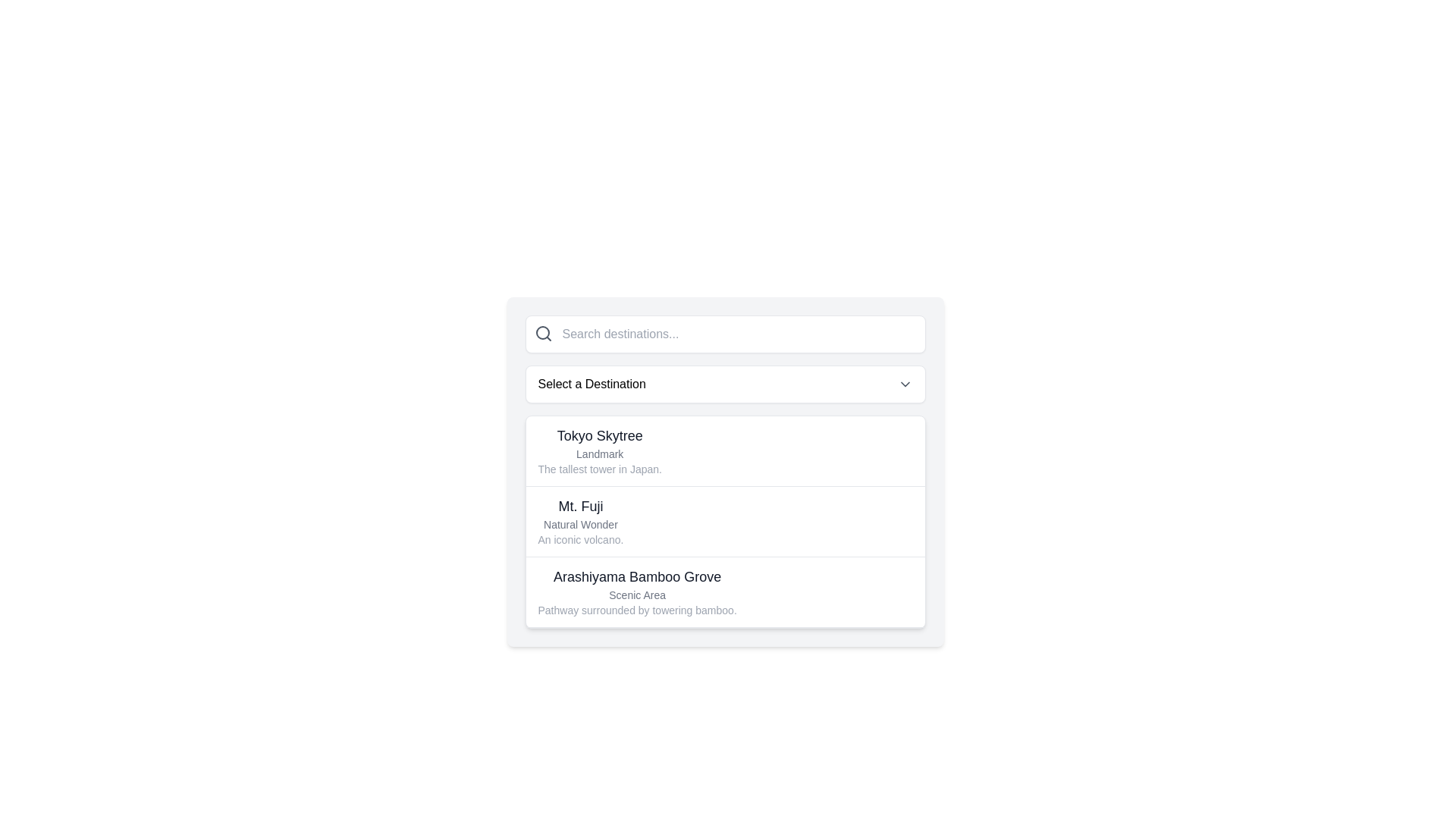 This screenshot has height=819, width=1456. What do you see at coordinates (543, 332) in the screenshot?
I see `the magnifying glass icon used for the search feature, located inside the search input field at the left end of the text box in the top section of the modal` at bounding box center [543, 332].